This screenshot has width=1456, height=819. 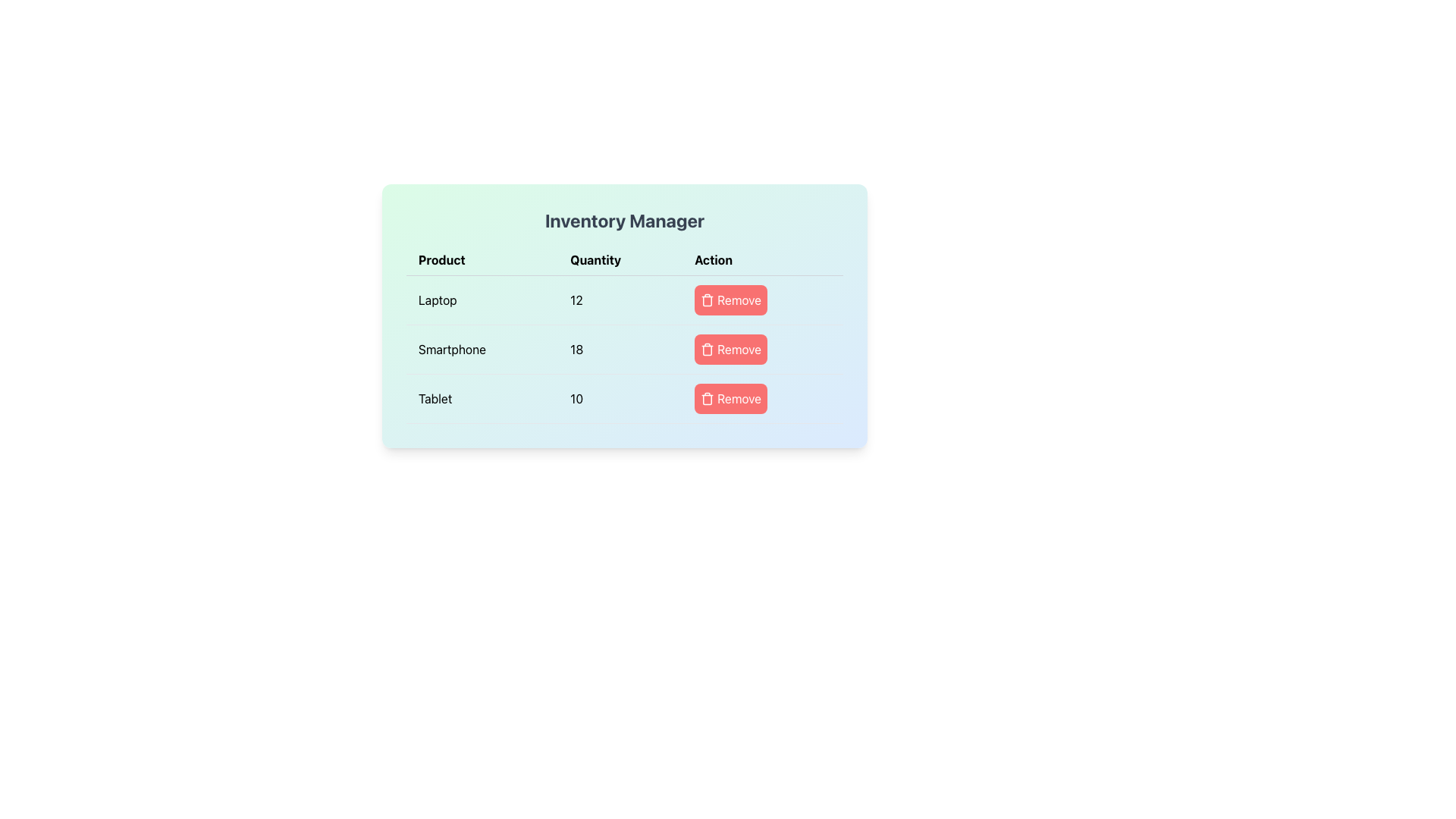 What do you see at coordinates (625, 220) in the screenshot?
I see `the static text element labeled 'Inventory Manager' which serves as the title for the interface section` at bounding box center [625, 220].